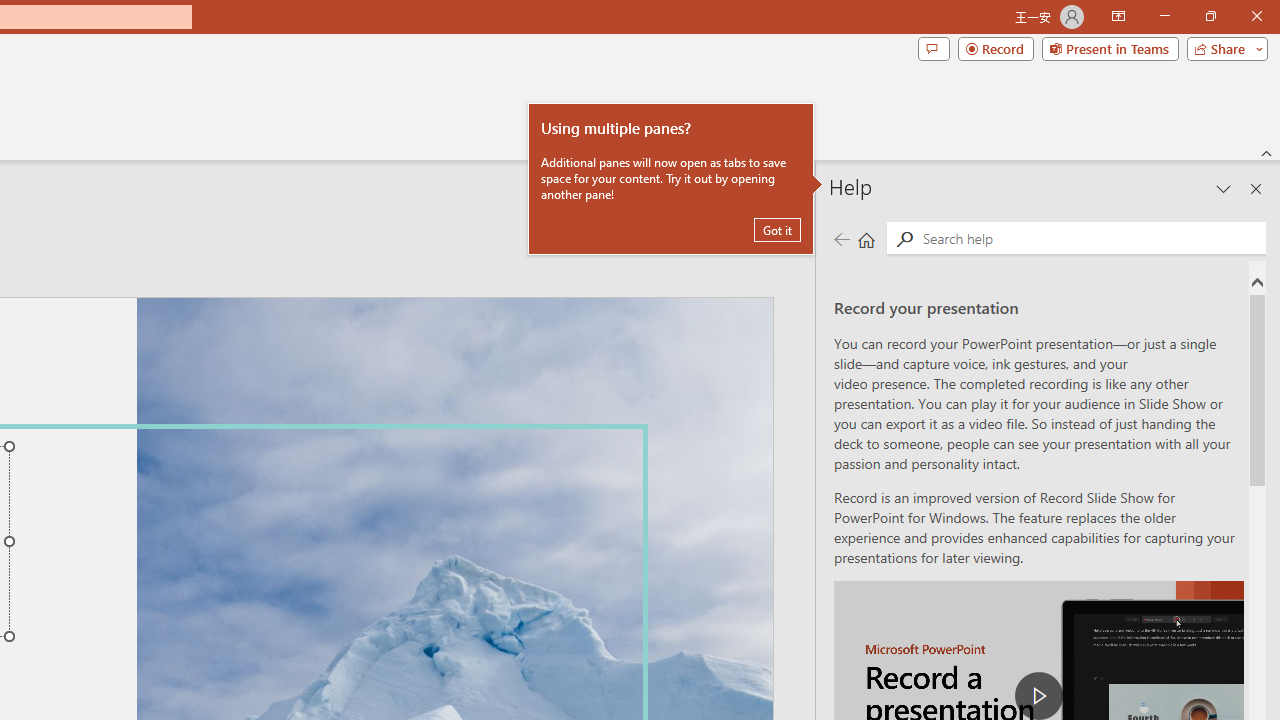 This screenshot has height=720, width=1280. What do you see at coordinates (841, 238) in the screenshot?
I see `'Previous page'` at bounding box center [841, 238].